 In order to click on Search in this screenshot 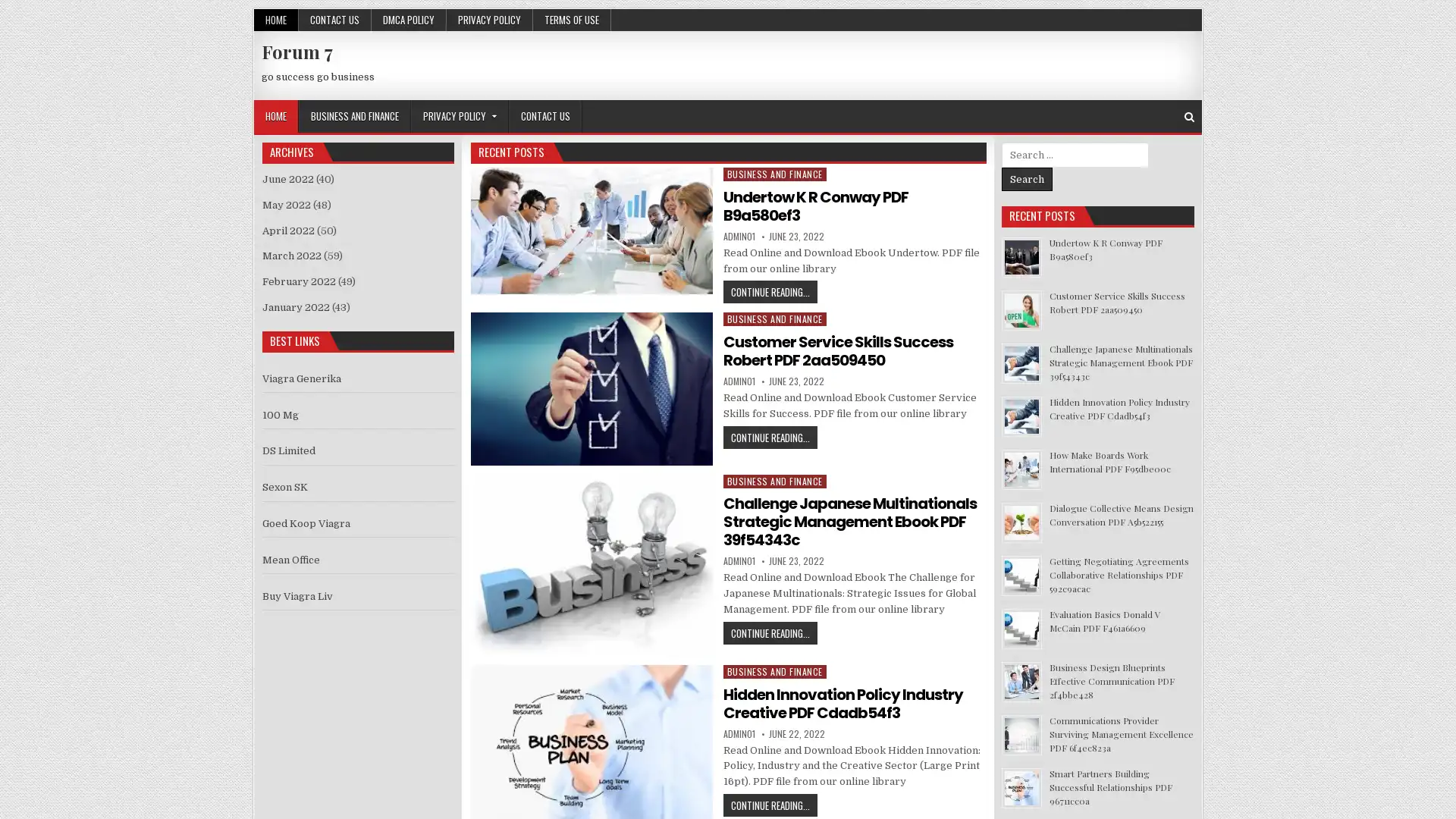, I will do `click(1027, 178)`.